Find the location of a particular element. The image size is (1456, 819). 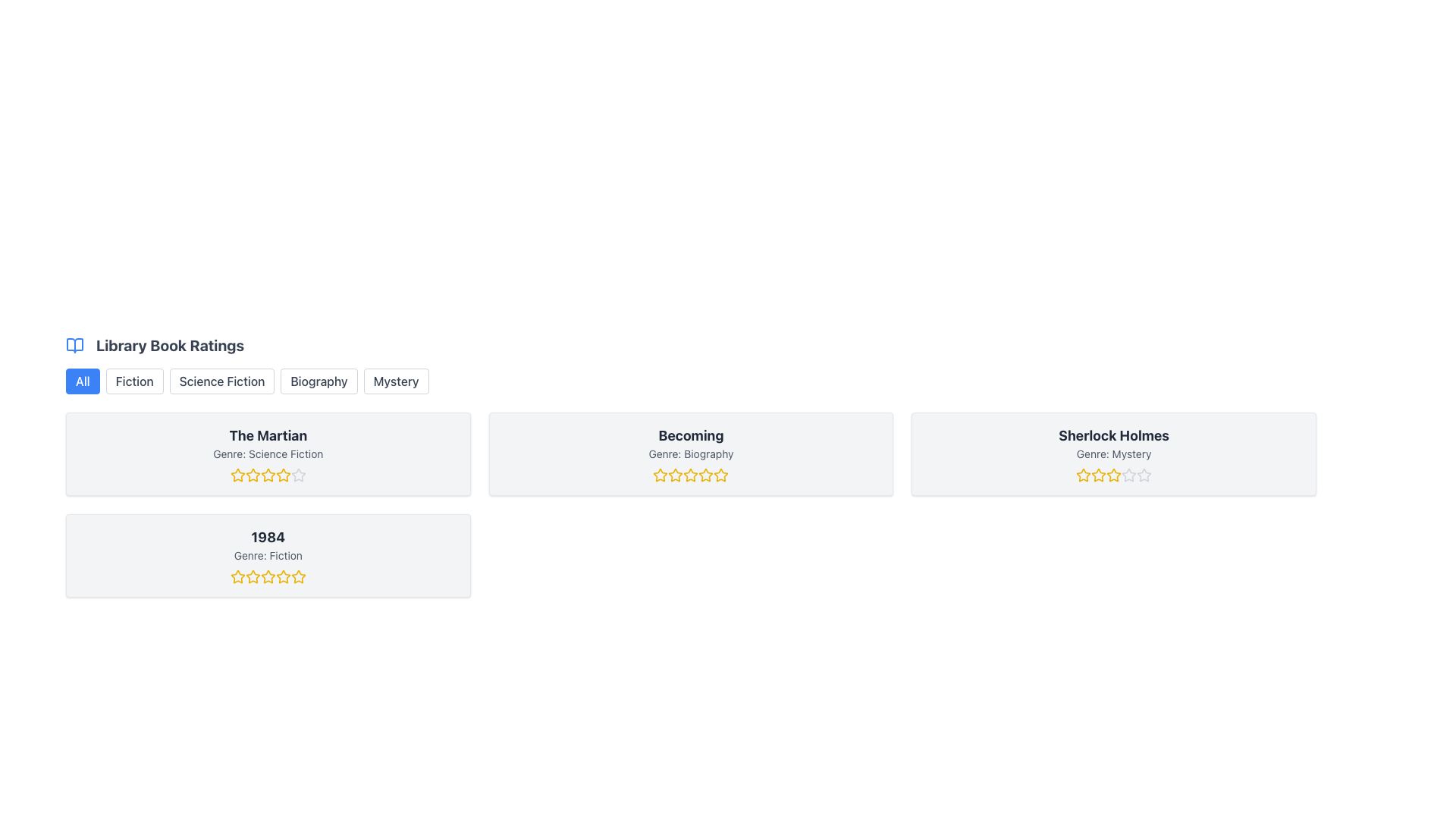

the text label 'The Martian' which is styled in bold, large gray font and located at the top of the leftmost column in the grid layout is located at coordinates (268, 435).